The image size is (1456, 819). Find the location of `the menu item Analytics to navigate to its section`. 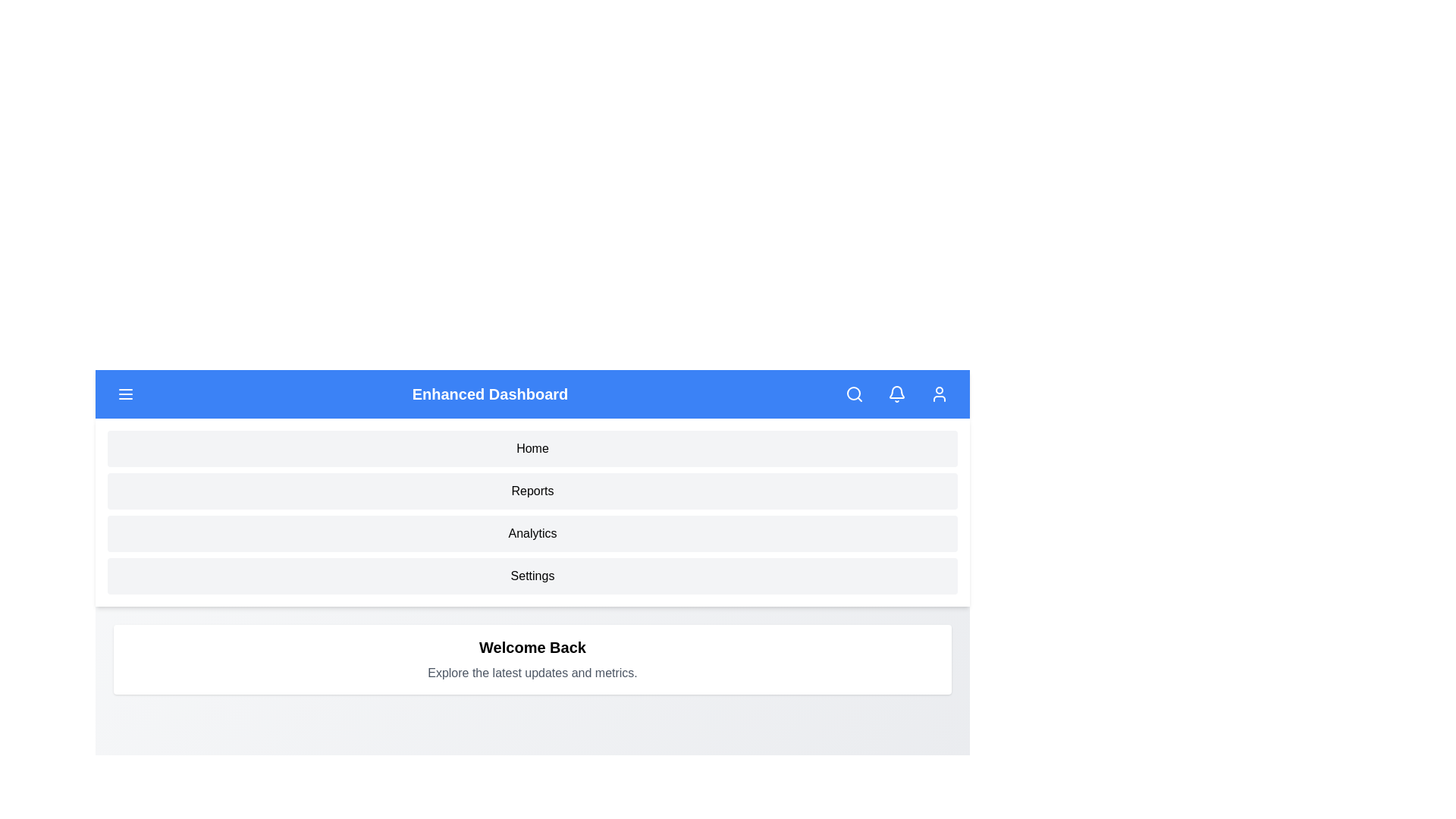

the menu item Analytics to navigate to its section is located at coordinates (532, 533).